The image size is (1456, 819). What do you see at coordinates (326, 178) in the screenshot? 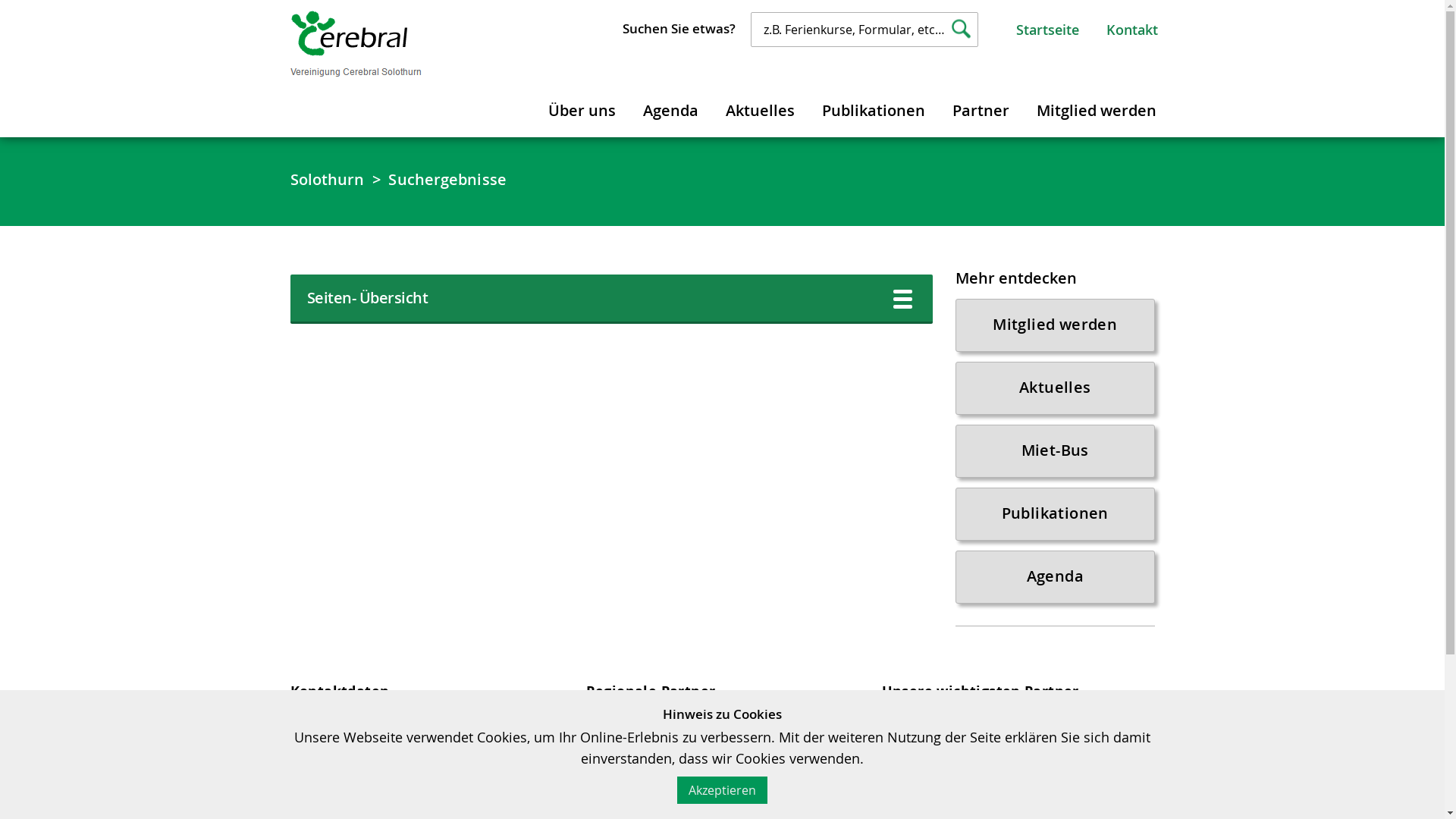
I see `'Solothurn'` at bounding box center [326, 178].